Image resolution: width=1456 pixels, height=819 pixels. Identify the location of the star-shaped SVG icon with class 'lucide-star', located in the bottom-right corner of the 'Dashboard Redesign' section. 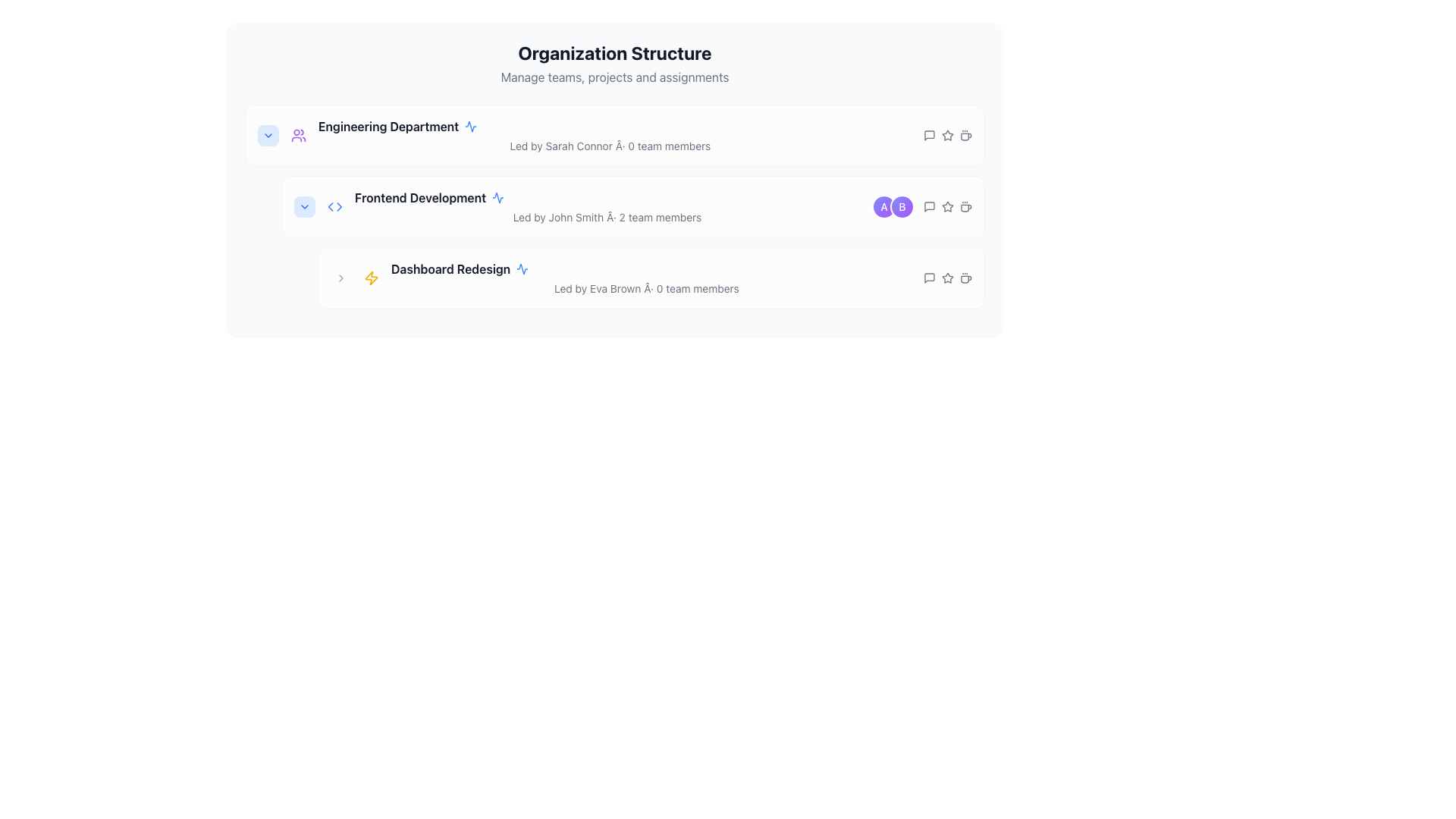
(946, 278).